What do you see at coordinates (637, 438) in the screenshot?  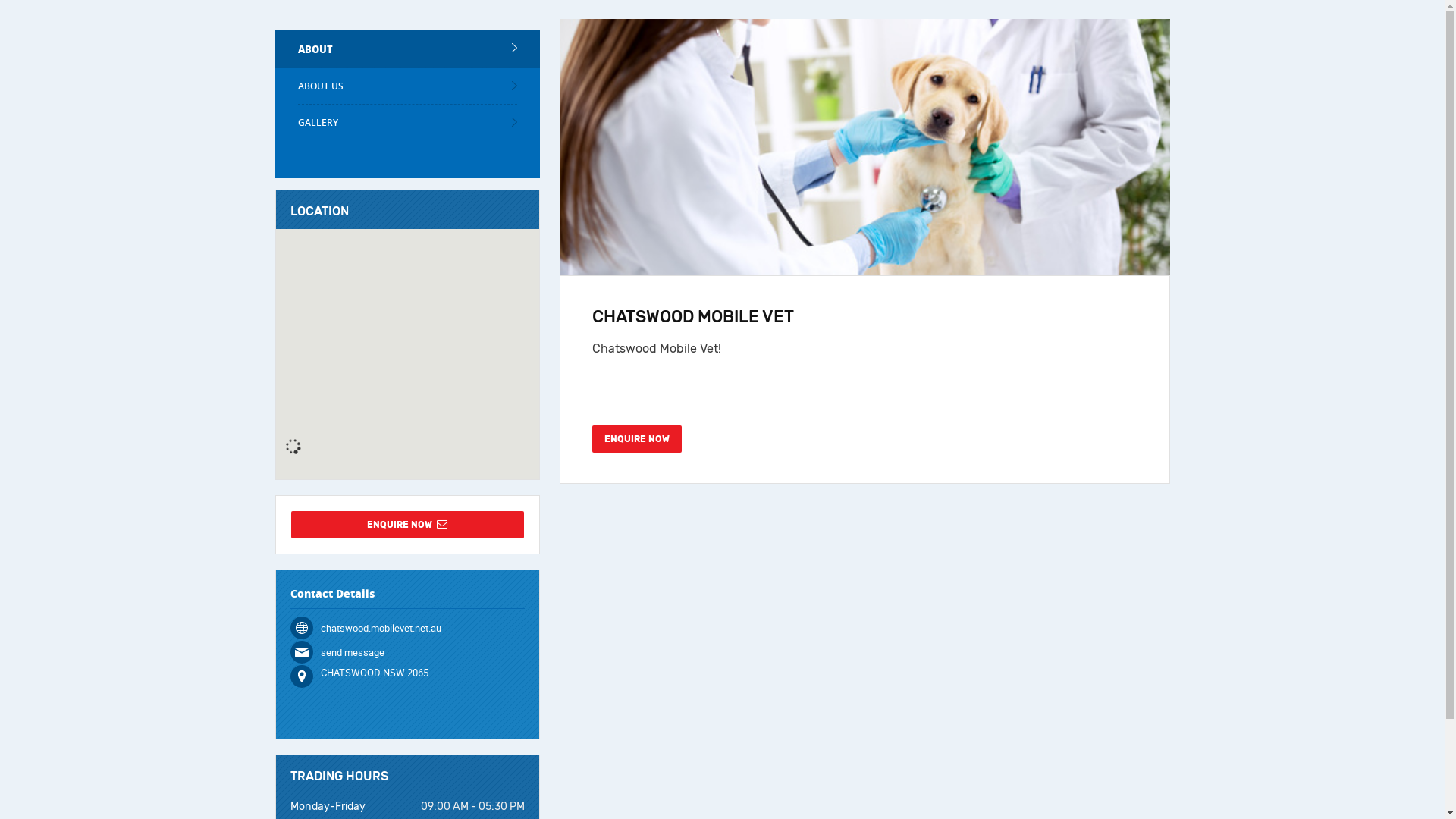 I see `'ENQUIRE NOW'` at bounding box center [637, 438].